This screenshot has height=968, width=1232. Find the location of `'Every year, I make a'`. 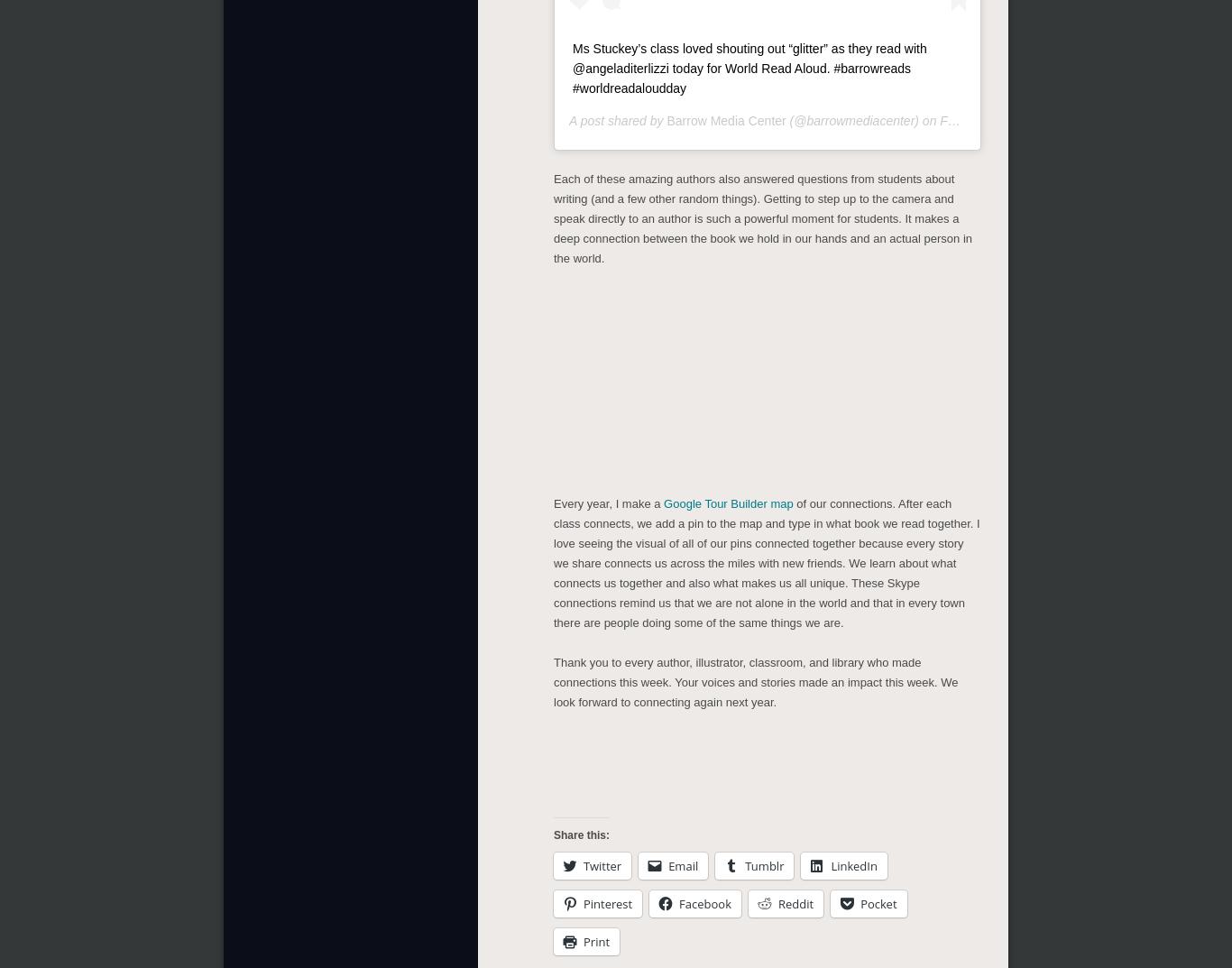

'Every year, I make a' is located at coordinates (607, 500).